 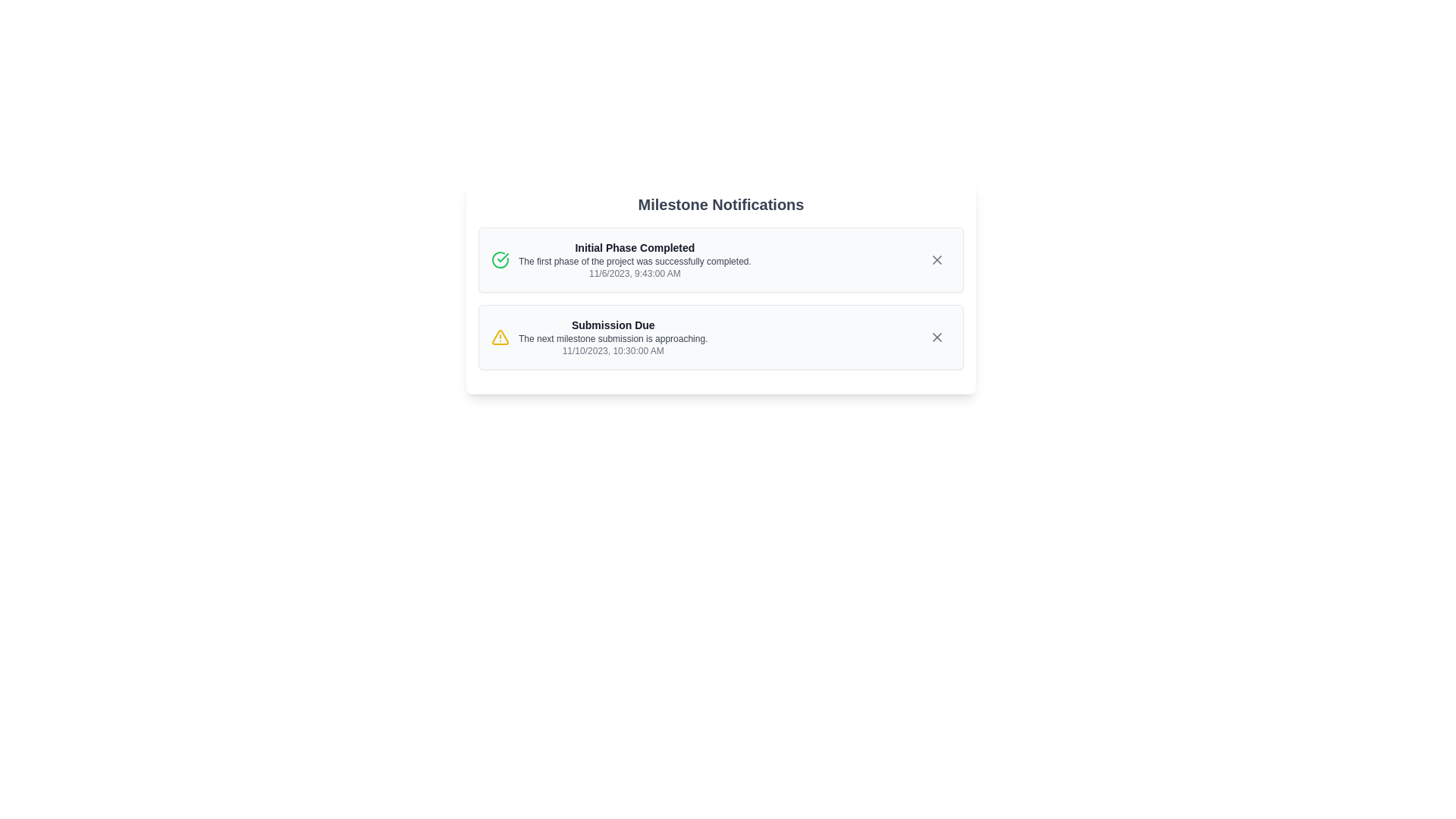 I want to click on the icon associated with the milestone type to inspect it, so click(x=500, y=259).